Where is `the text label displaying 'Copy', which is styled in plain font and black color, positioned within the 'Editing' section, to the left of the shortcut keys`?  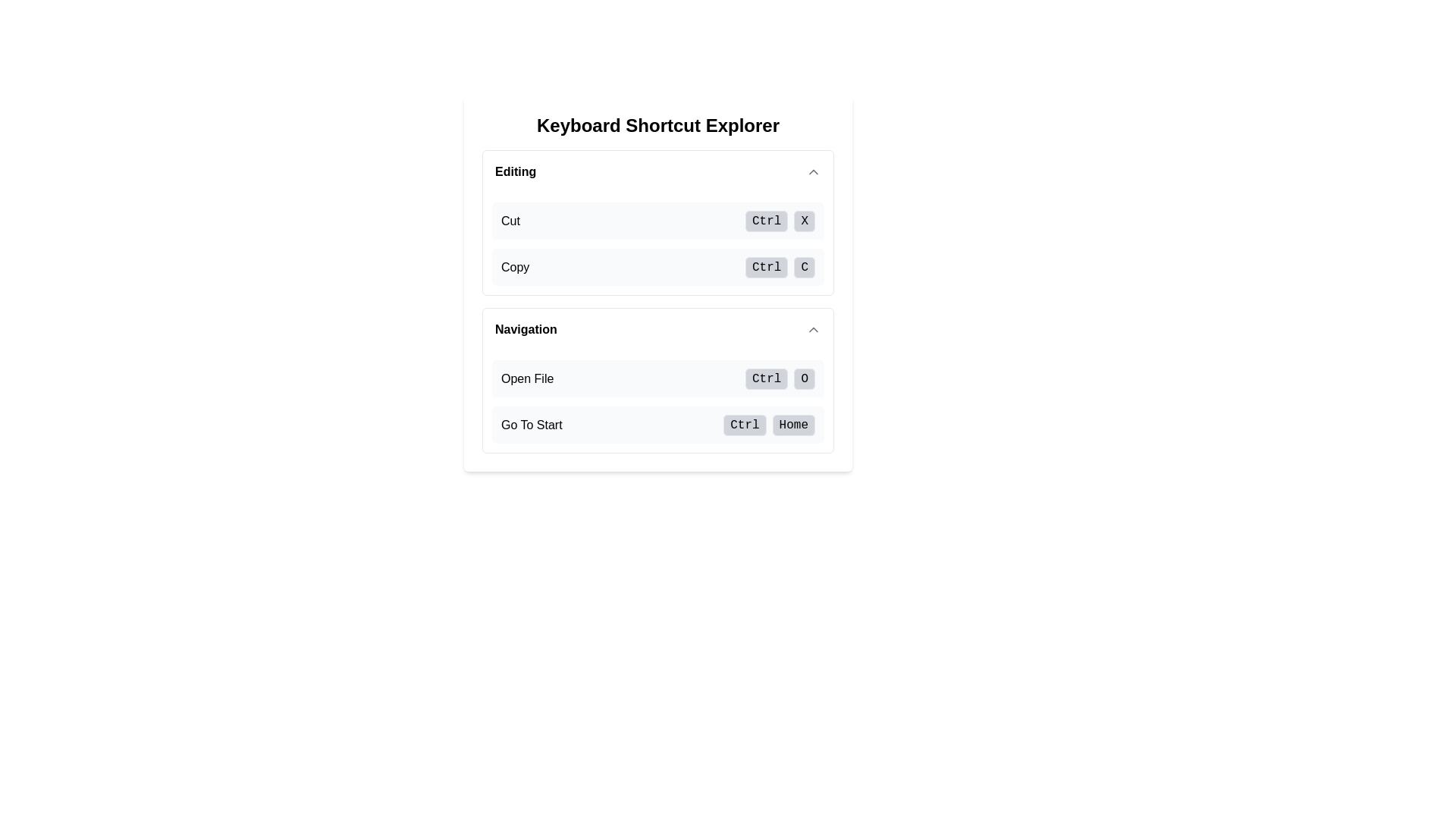 the text label displaying 'Copy', which is styled in plain font and black color, positioned within the 'Editing' section, to the left of the shortcut keys is located at coordinates (515, 266).